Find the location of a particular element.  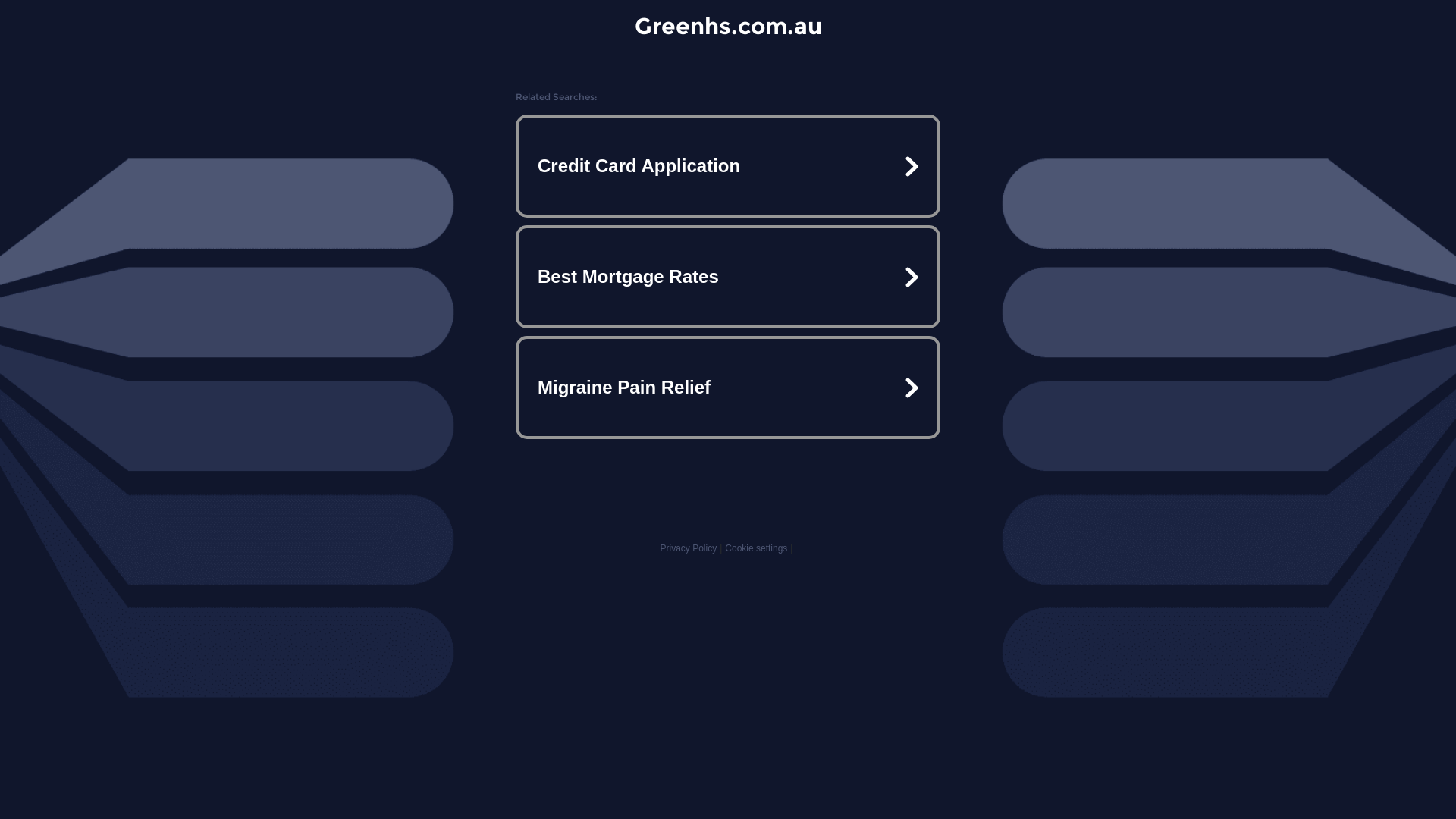

'Greenhs.com.au' is located at coordinates (726, 26).